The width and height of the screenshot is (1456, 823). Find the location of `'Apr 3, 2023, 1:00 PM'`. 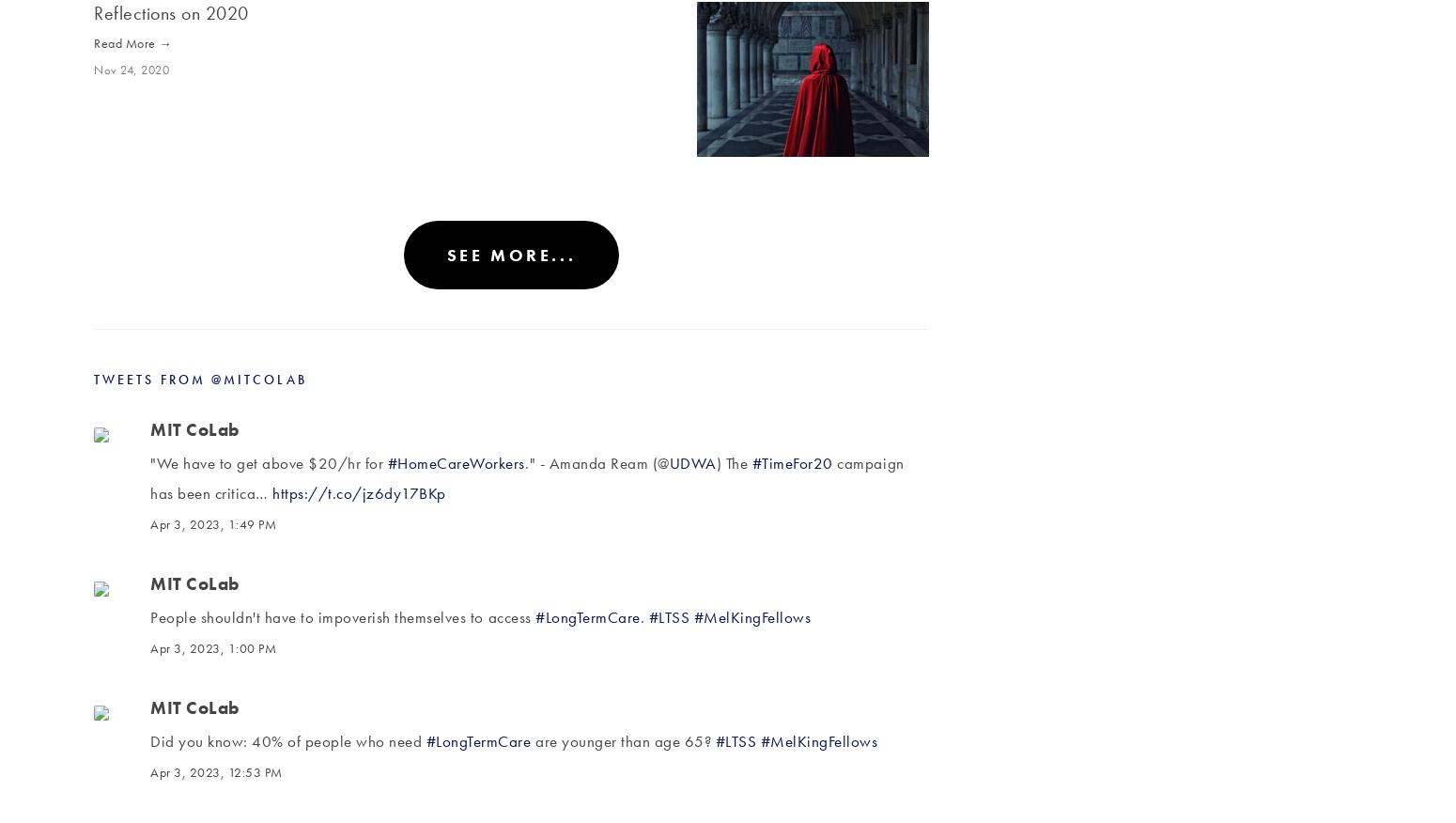

'Apr 3, 2023, 1:00 PM' is located at coordinates (148, 647).